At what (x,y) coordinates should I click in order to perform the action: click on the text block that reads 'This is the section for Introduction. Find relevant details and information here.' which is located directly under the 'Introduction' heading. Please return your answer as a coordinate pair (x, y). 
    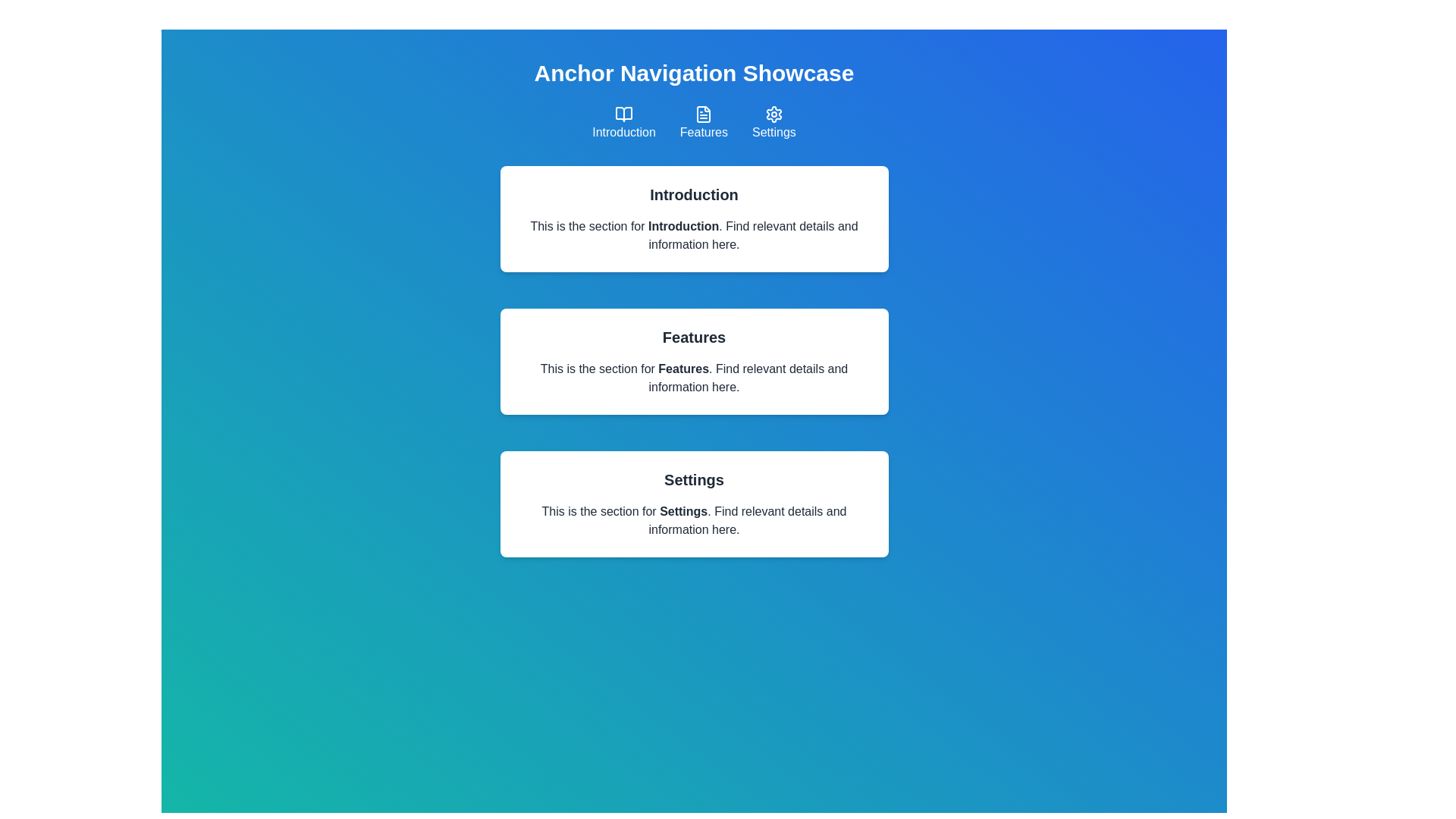
    Looking at the image, I should click on (693, 236).